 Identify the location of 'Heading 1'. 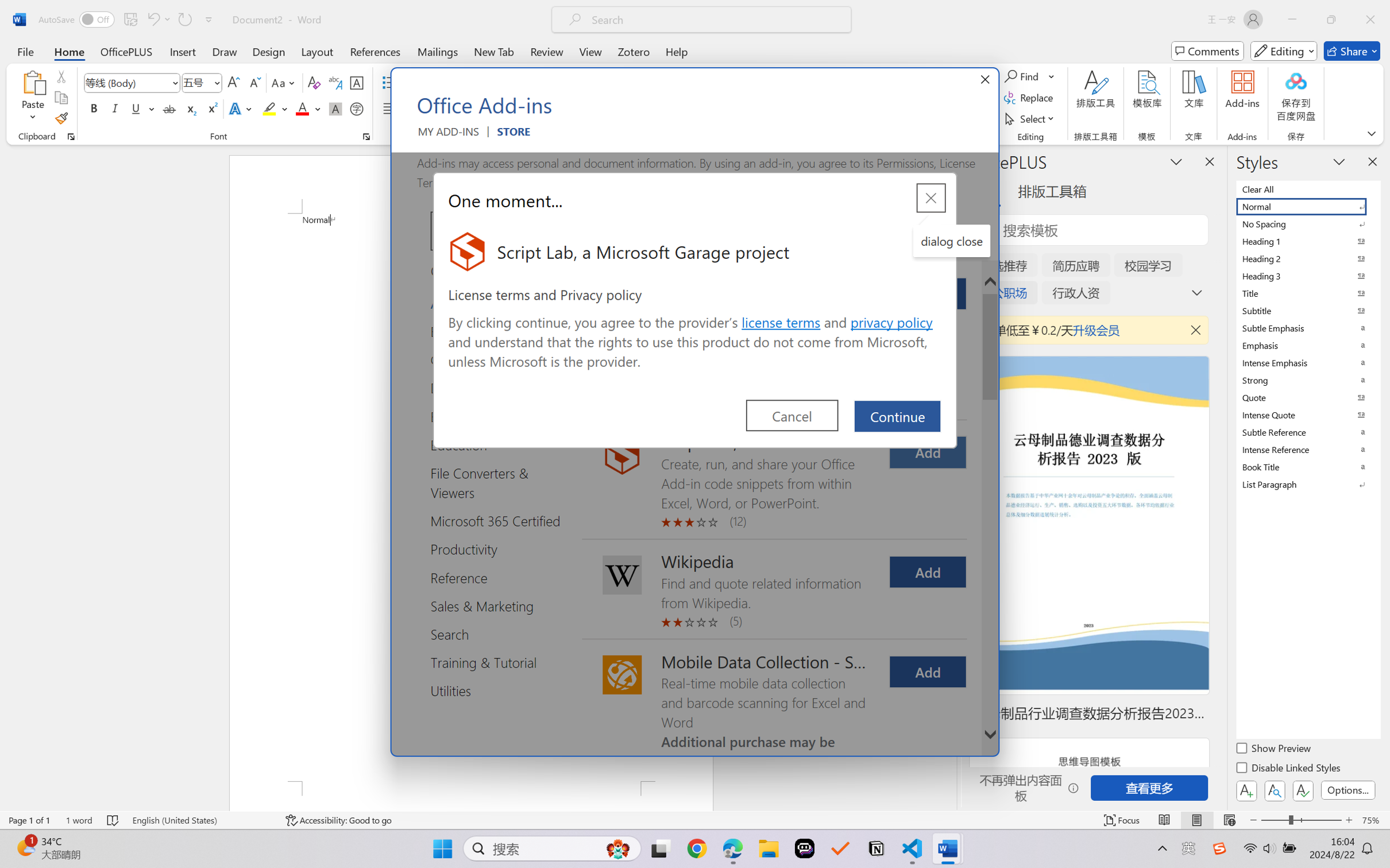
(1307, 241).